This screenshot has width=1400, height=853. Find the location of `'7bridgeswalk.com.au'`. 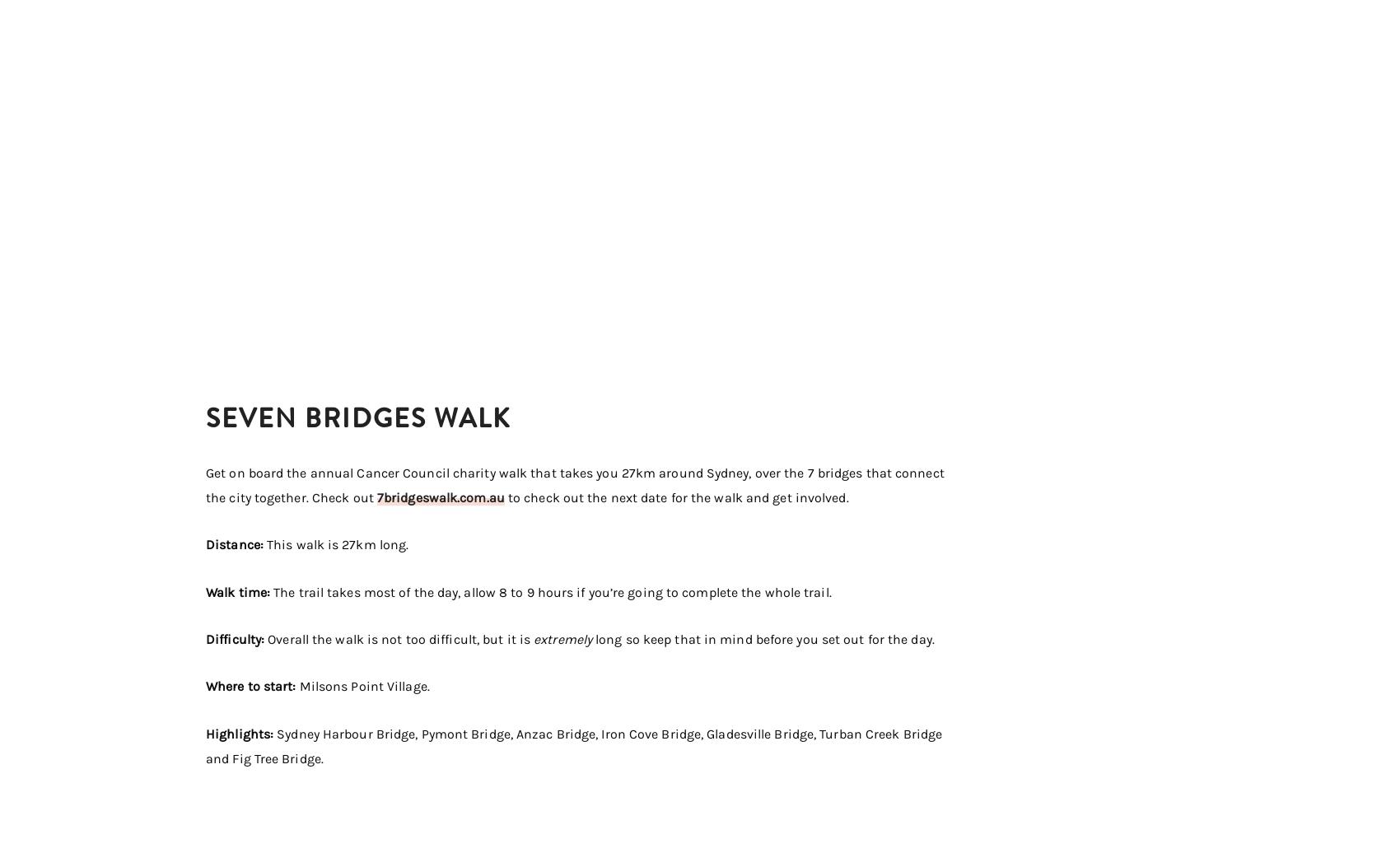

'7bridgeswalk.com.au' is located at coordinates (439, 496).